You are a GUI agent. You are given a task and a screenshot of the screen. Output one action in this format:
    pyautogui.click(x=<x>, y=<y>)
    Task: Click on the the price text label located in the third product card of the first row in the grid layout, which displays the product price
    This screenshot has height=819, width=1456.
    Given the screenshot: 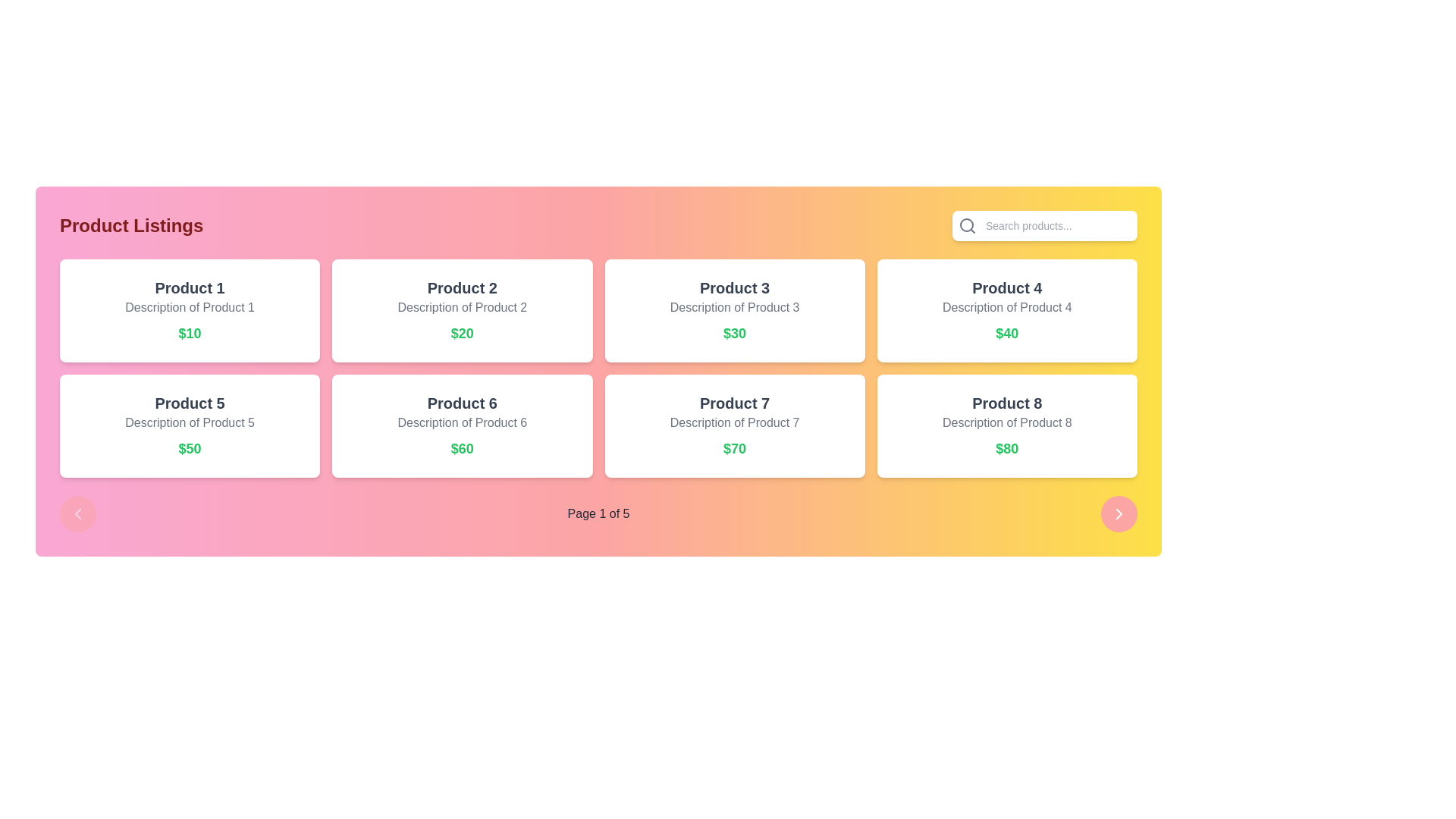 What is the action you would take?
    pyautogui.click(x=735, y=332)
    